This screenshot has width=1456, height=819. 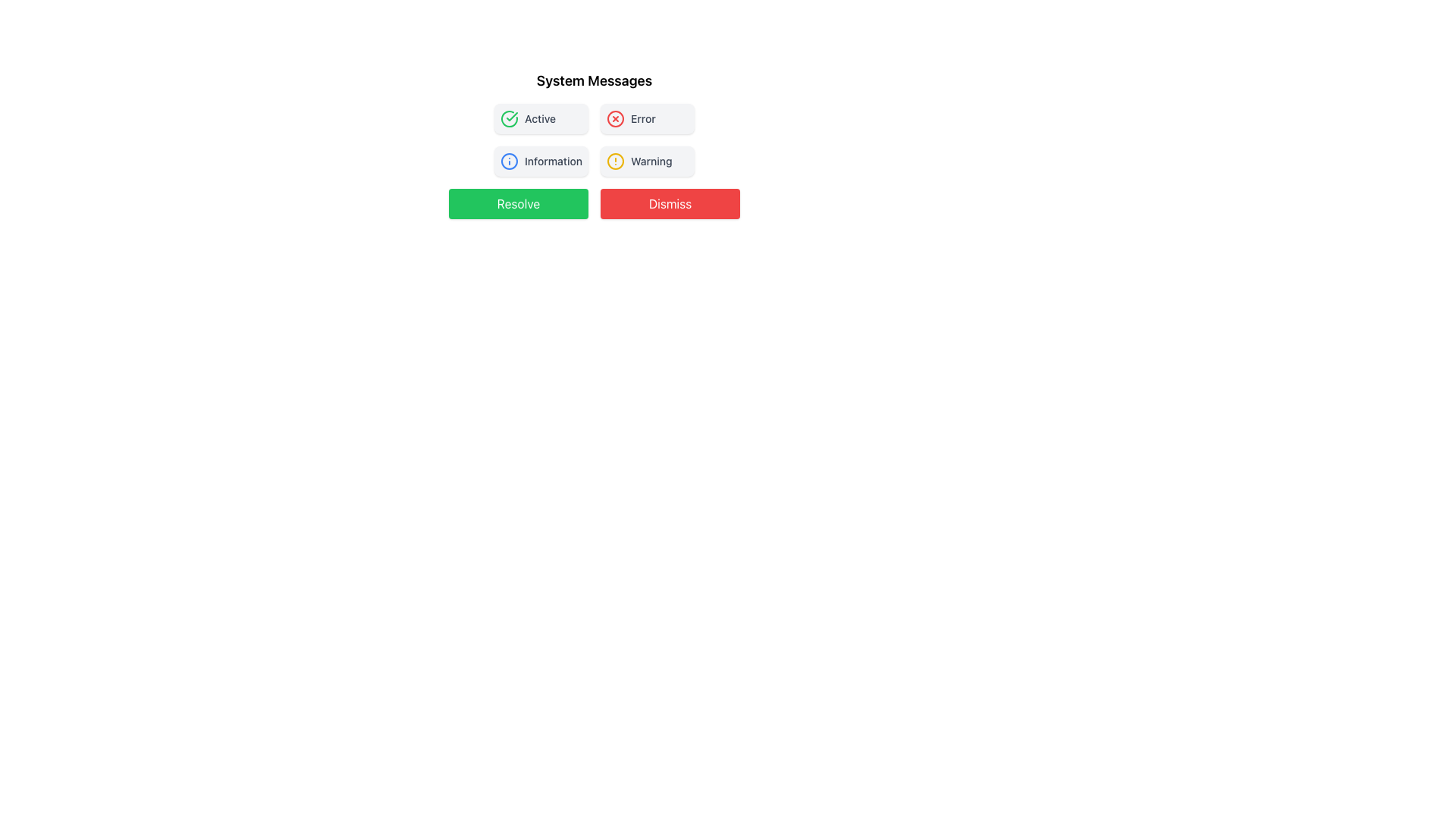 I want to click on the green circular icon with a checkmark located in the top-left quadrant of the system messages section if it is interactive, so click(x=510, y=118).